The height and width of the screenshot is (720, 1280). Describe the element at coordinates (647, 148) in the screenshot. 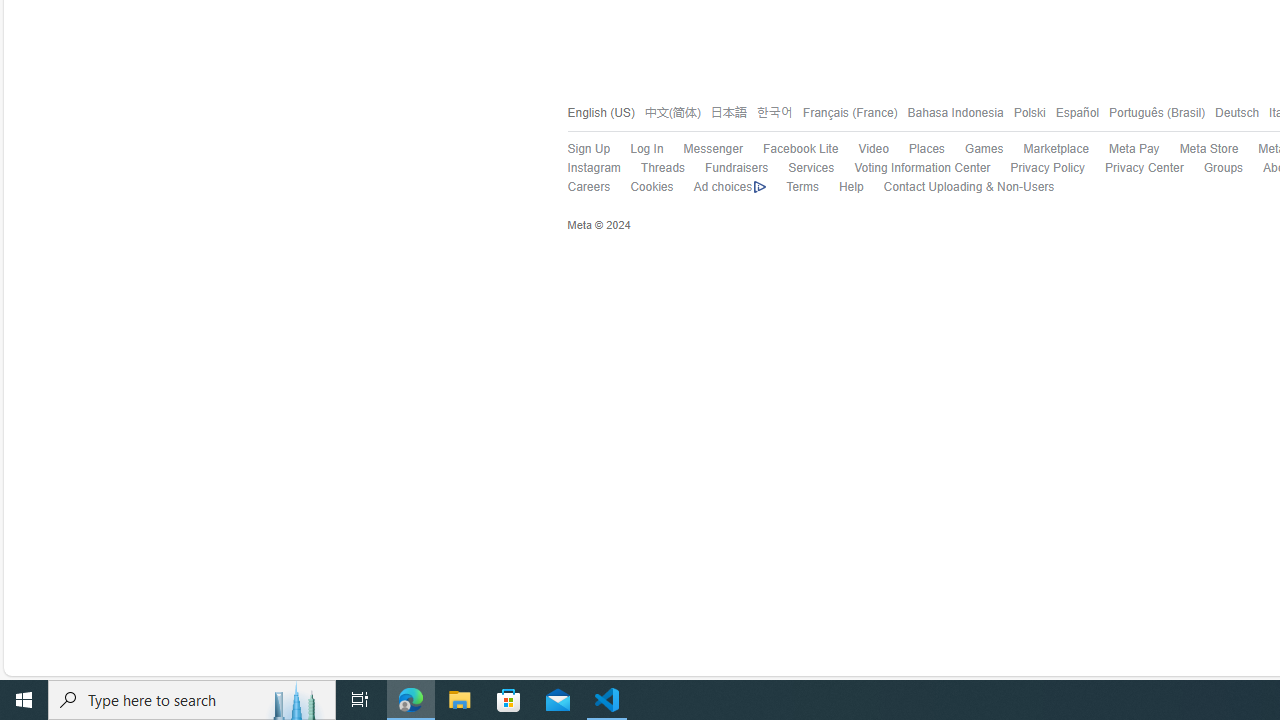

I see `'Log In'` at that location.